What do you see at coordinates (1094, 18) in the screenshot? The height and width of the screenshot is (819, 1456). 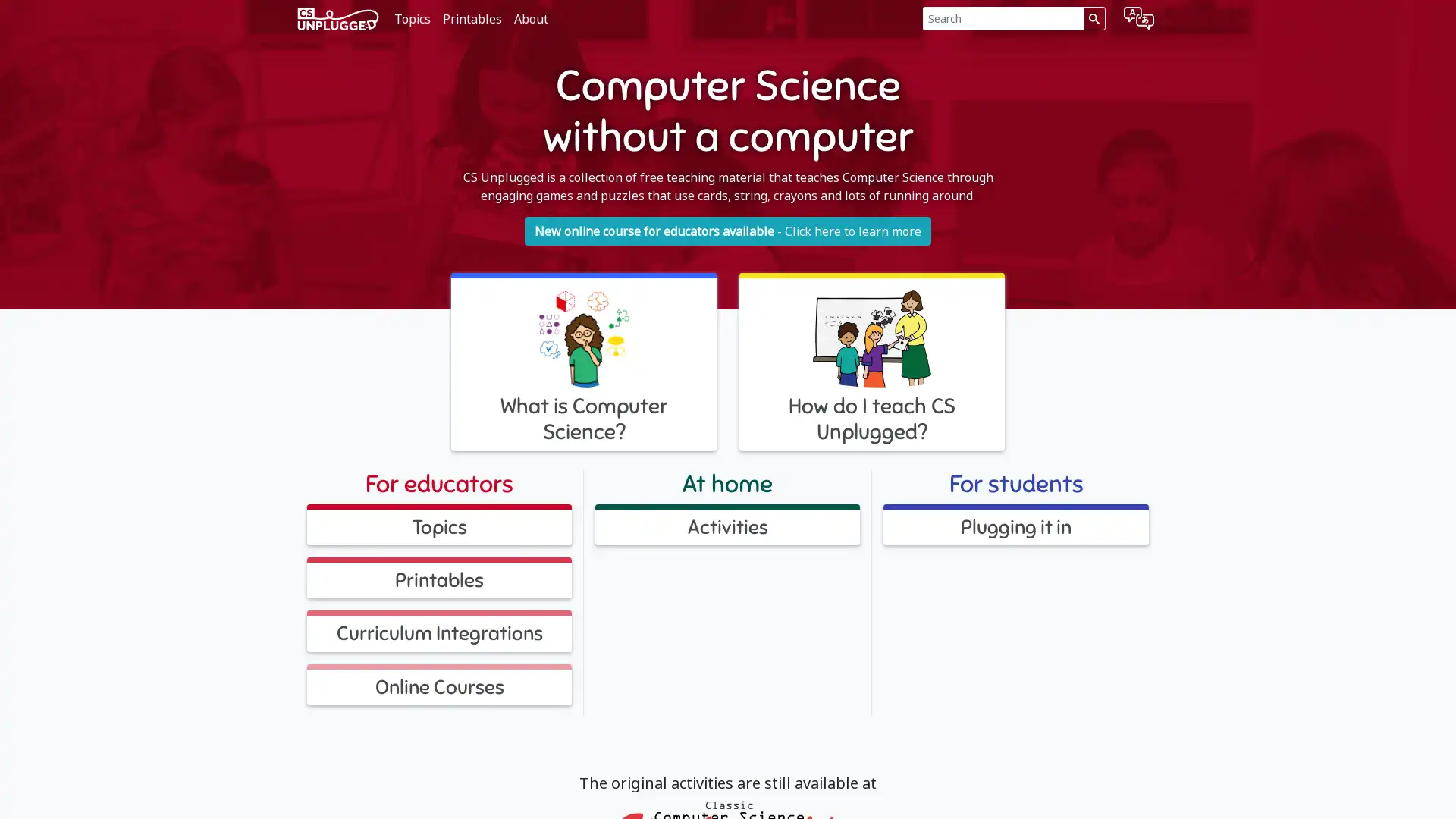 I see `Search` at bounding box center [1094, 18].